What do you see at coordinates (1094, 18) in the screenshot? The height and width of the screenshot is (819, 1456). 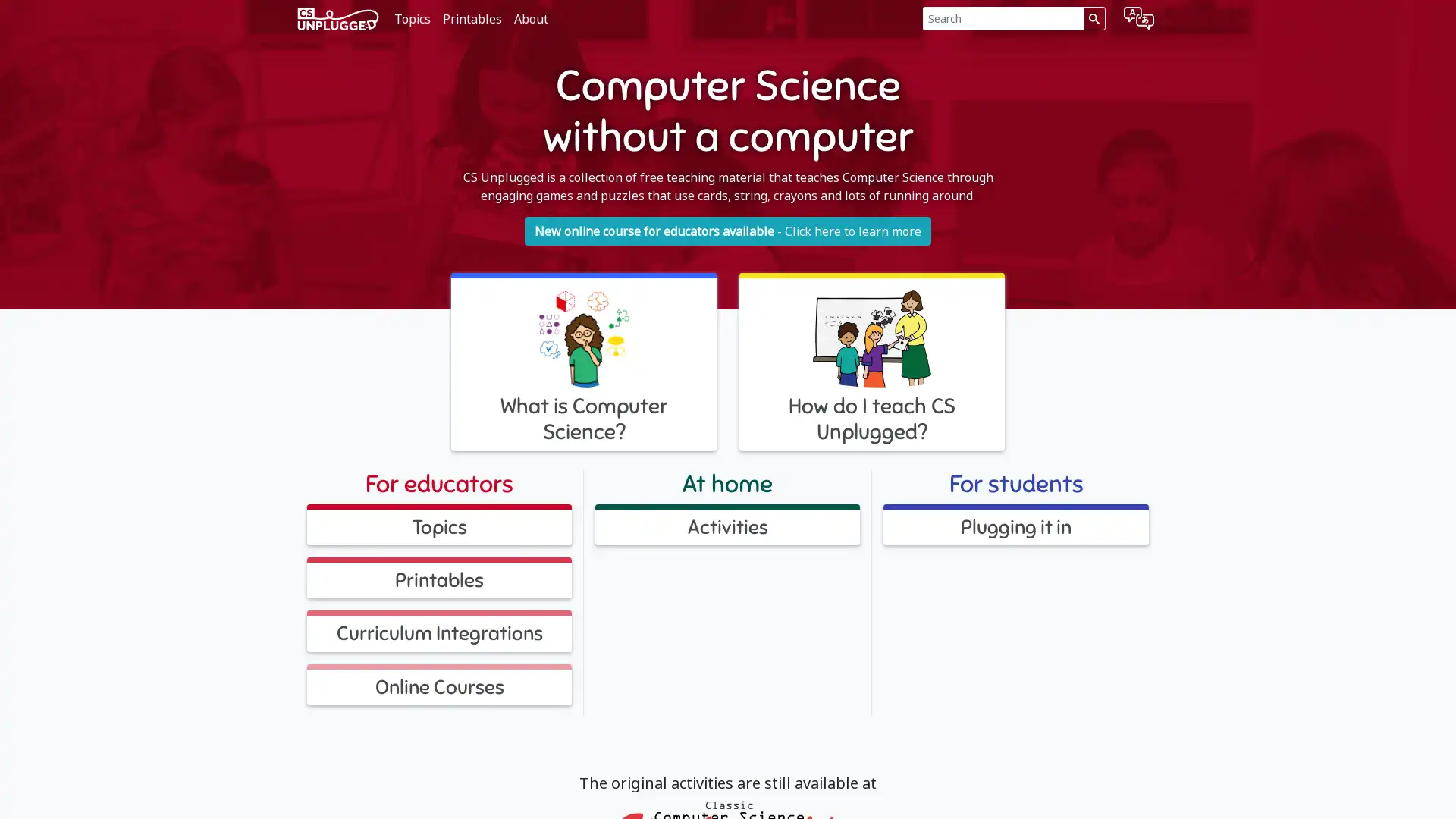 I see `Search` at bounding box center [1094, 18].